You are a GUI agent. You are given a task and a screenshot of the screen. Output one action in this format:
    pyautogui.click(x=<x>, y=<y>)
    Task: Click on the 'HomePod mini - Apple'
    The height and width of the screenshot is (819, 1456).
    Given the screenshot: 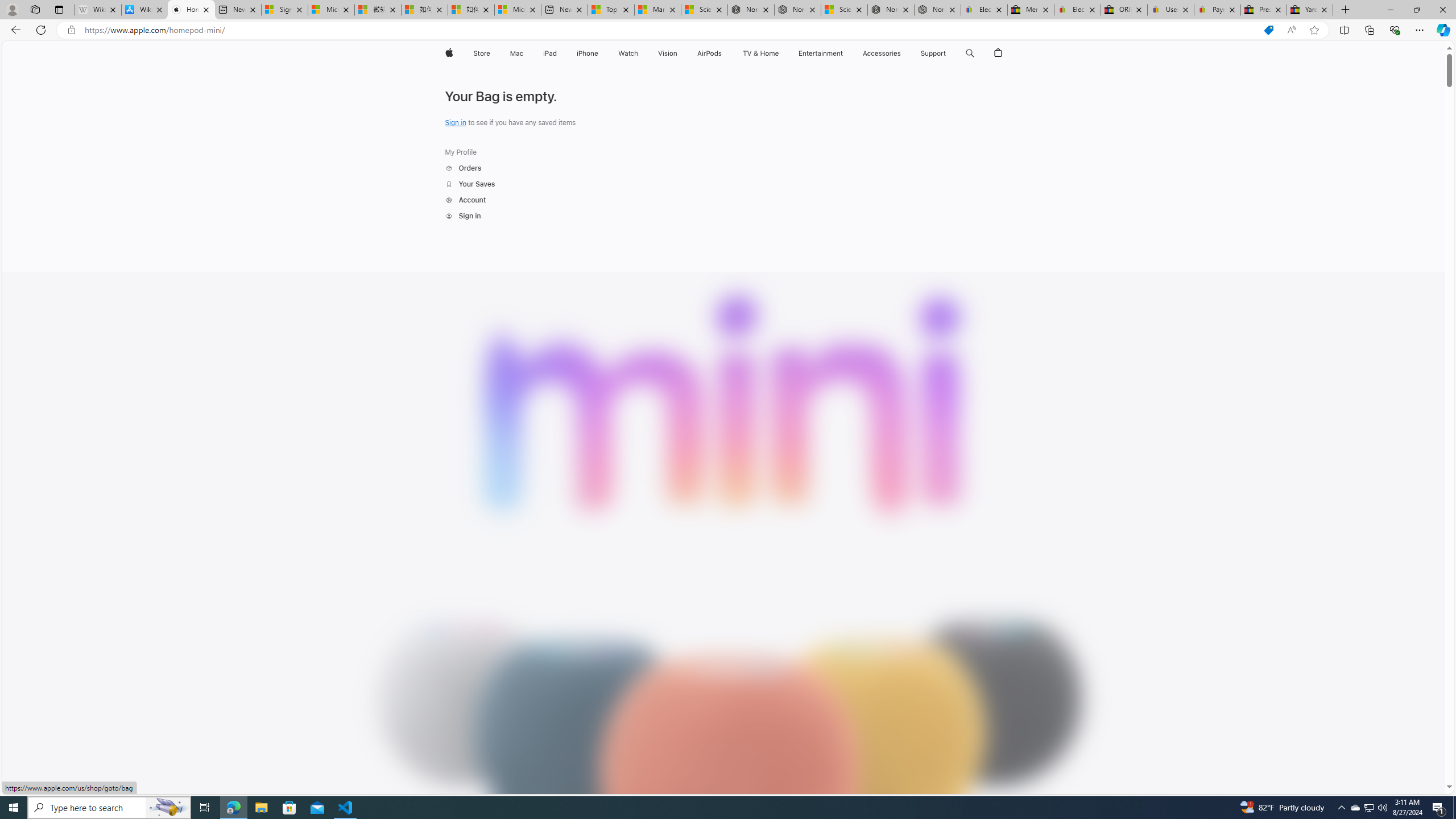 What is the action you would take?
    pyautogui.click(x=191, y=9)
    